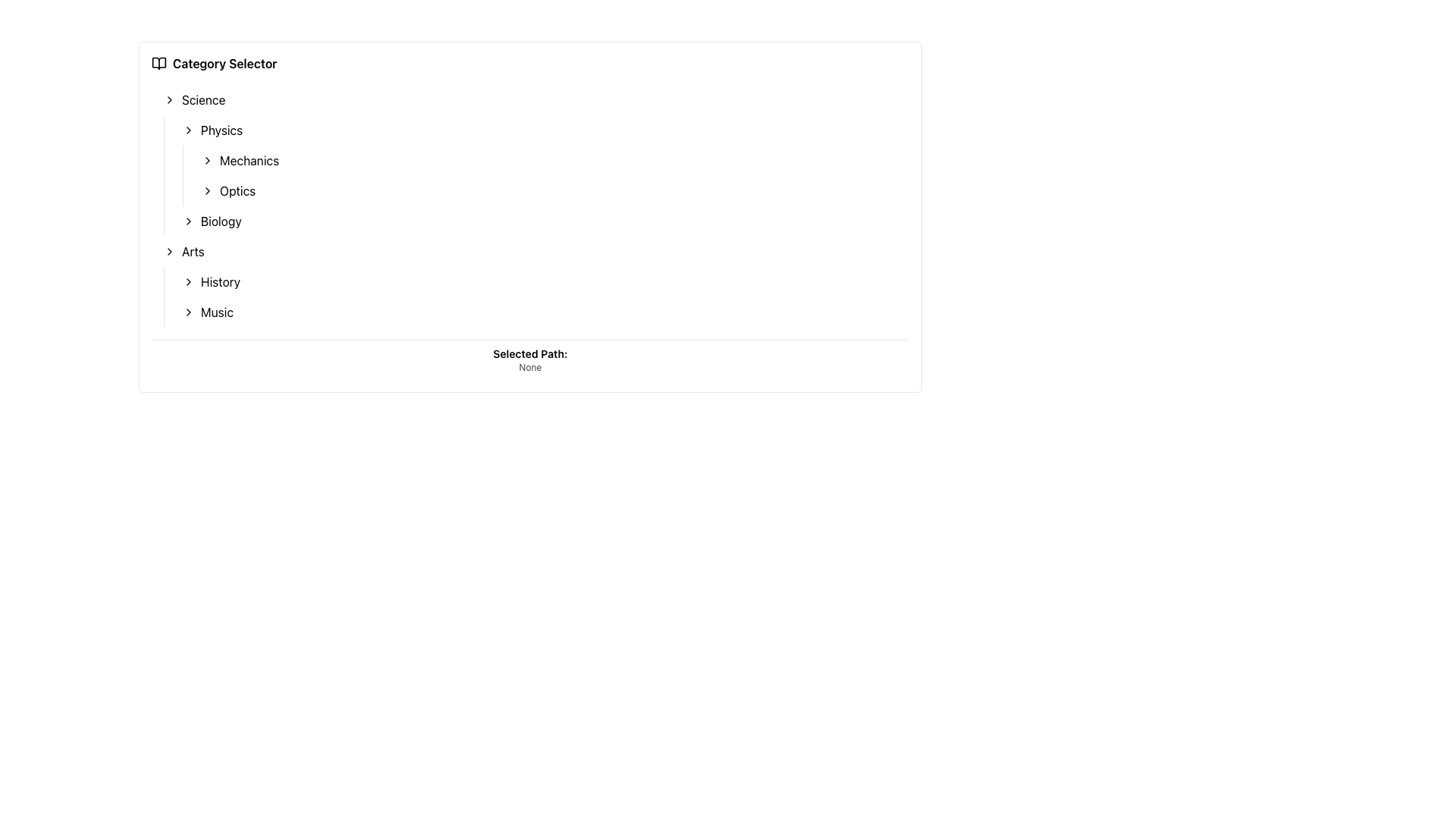  I want to click on the 'Music' text label in the navigation menu under the 'Arts' section, so click(216, 312).